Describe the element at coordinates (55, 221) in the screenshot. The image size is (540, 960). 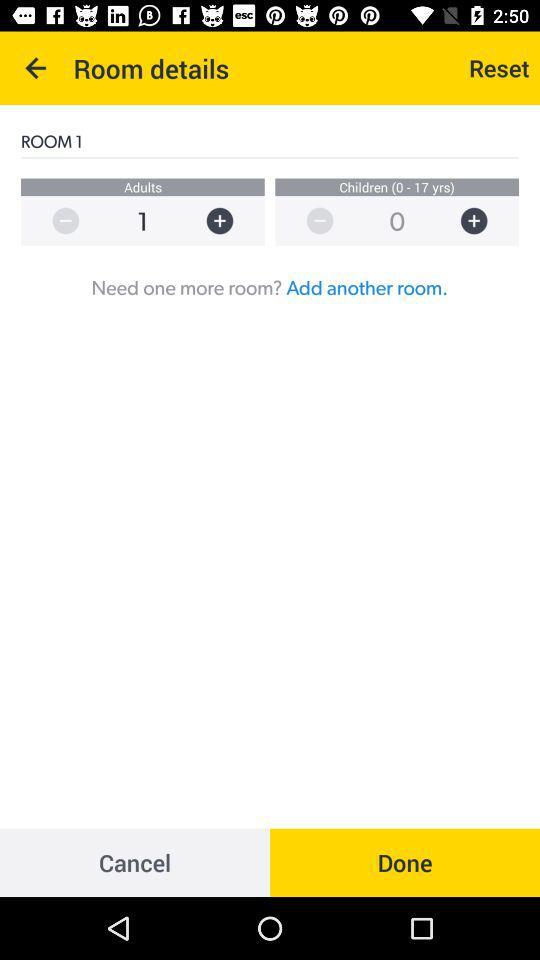
I see `remove selection` at that location.